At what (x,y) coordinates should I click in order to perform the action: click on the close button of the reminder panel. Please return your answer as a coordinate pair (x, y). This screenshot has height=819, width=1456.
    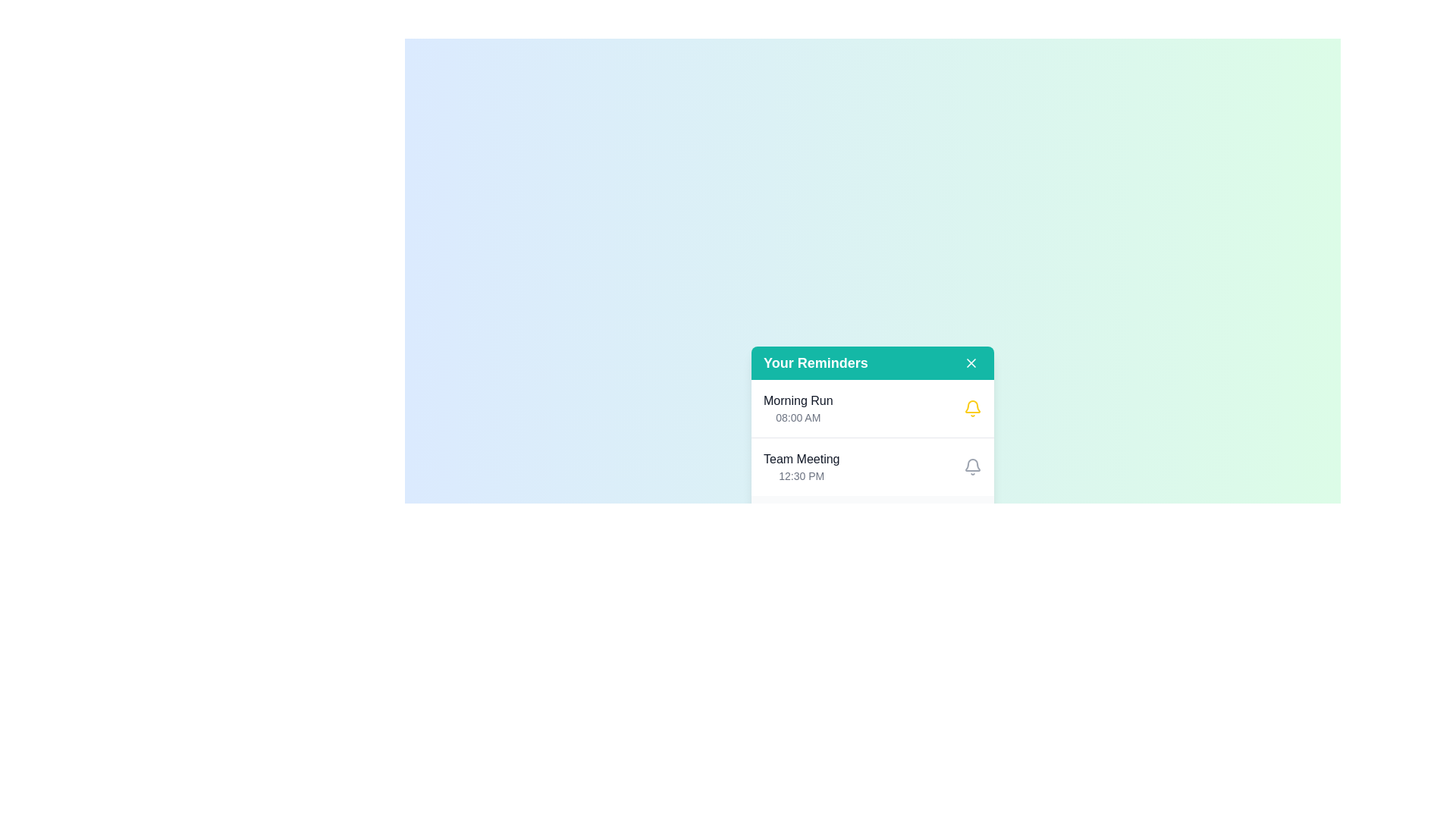
    Looking at the image, I should click on (971, 362).